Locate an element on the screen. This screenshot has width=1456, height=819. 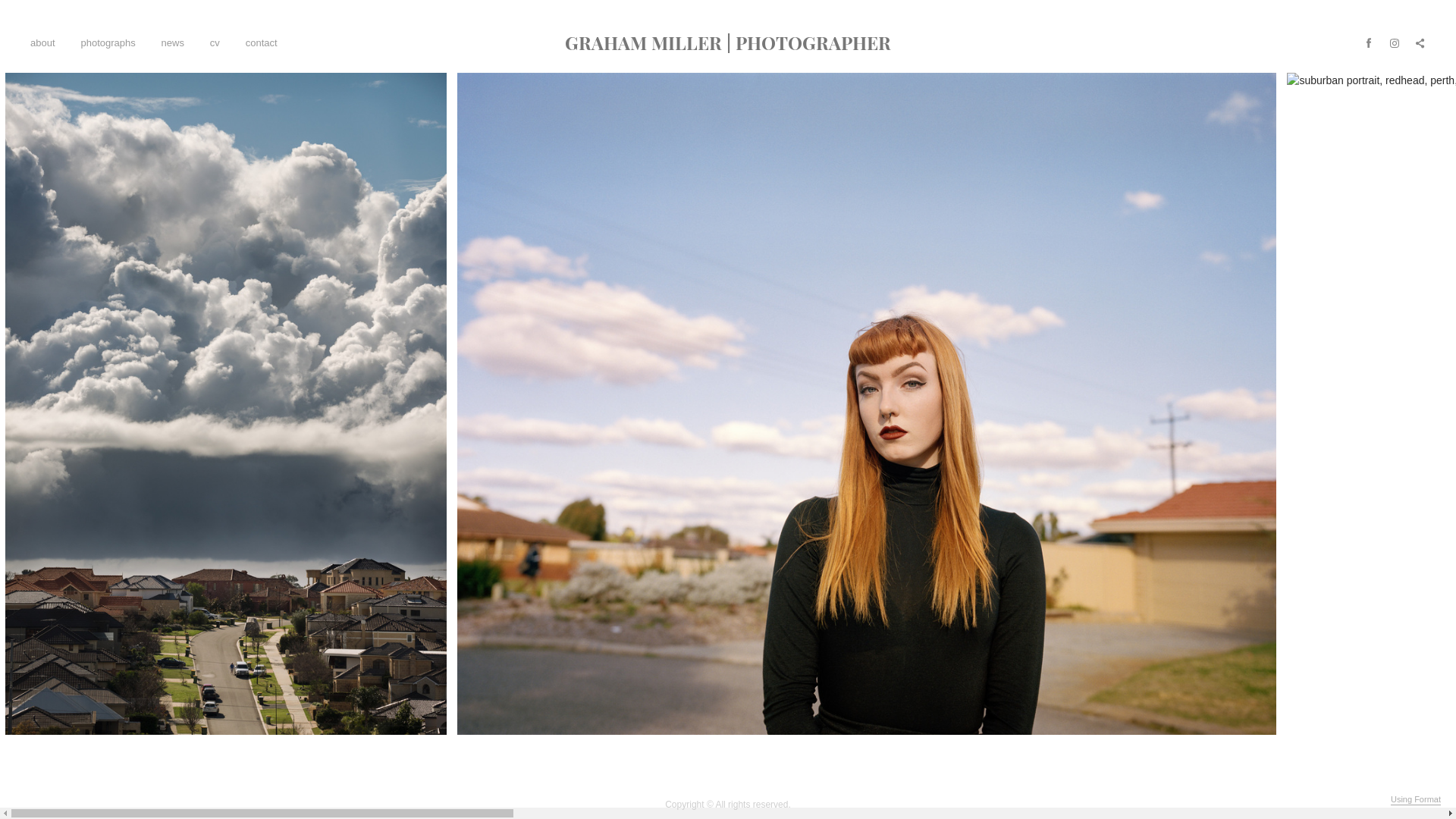
'Facebook' is located at coordinates (1368, 42).